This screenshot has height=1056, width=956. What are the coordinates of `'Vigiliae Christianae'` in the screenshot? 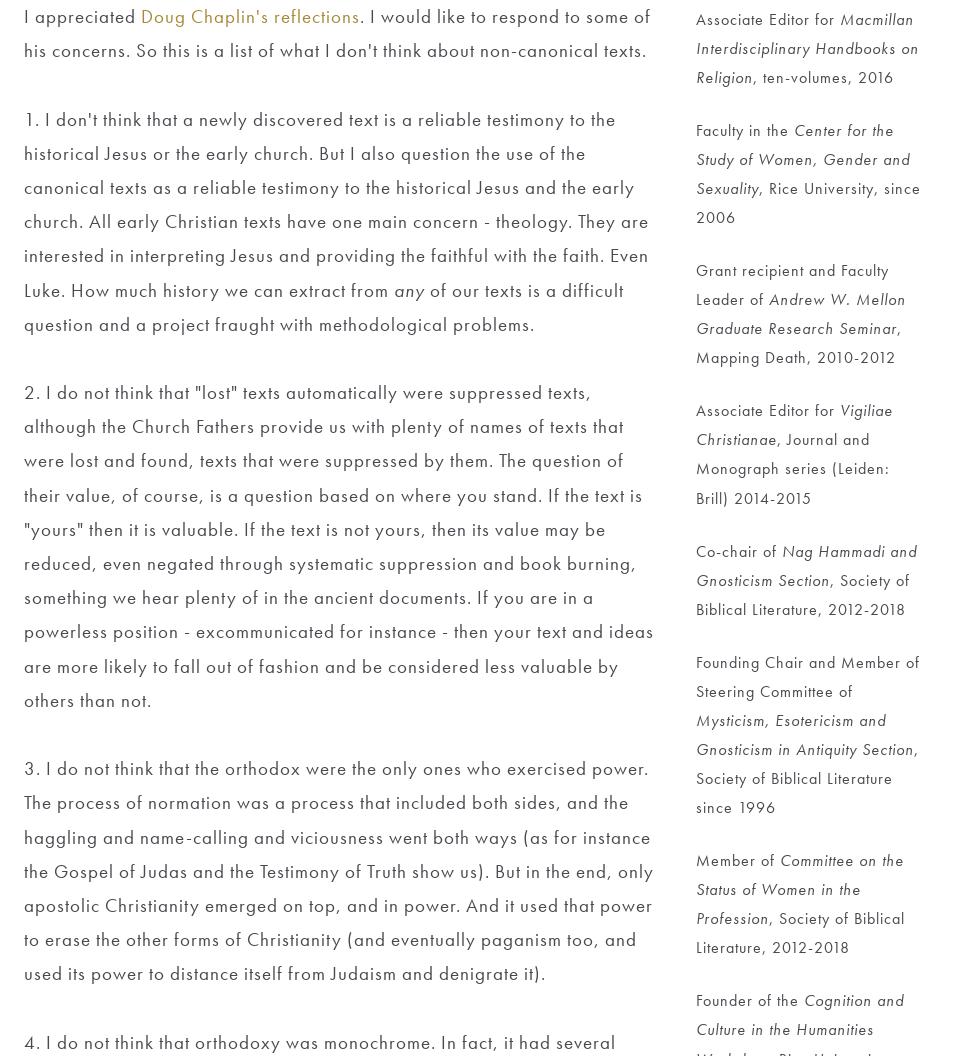 It's located at (796, 425).